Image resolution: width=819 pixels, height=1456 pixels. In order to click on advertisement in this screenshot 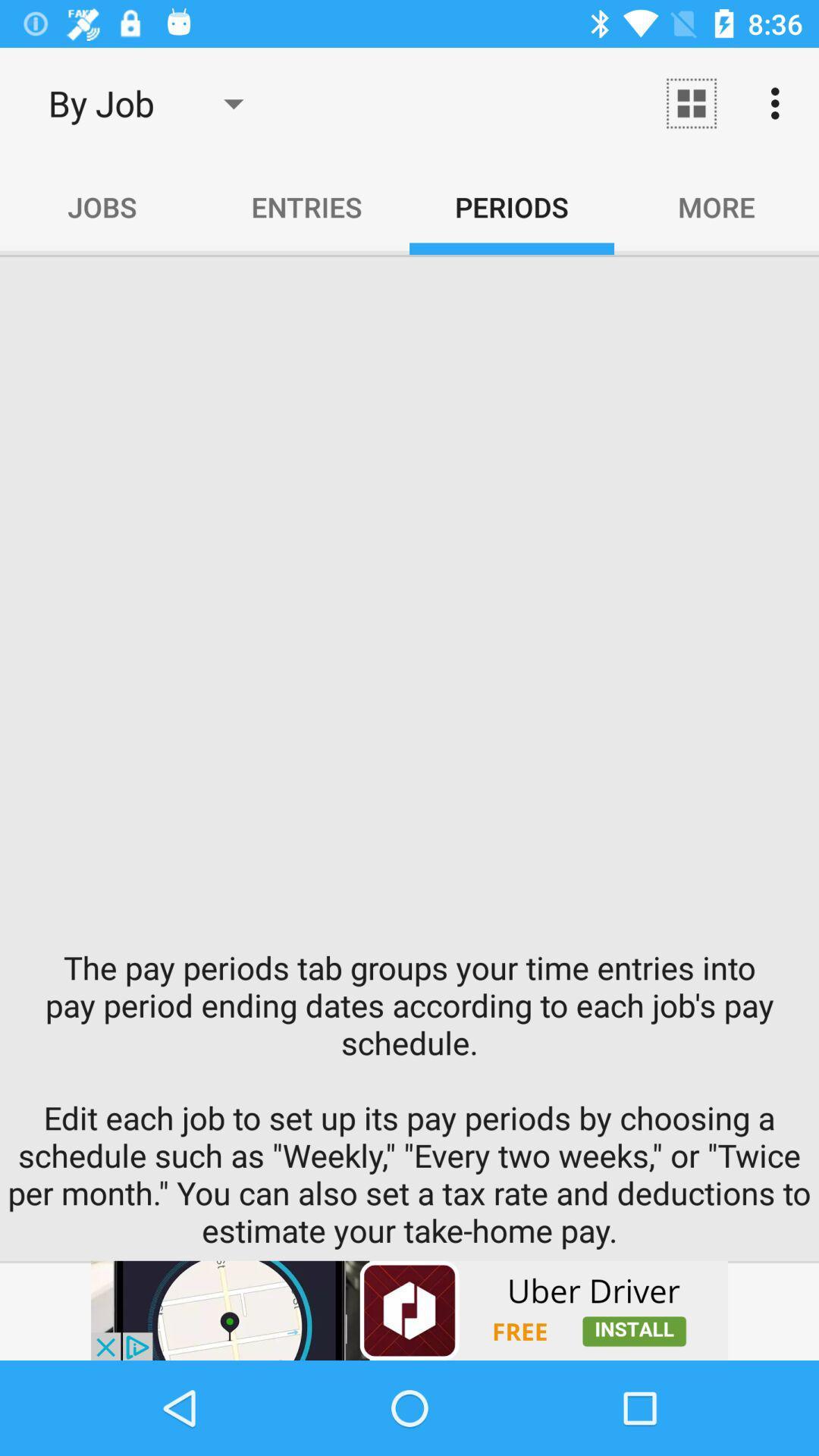, I will do `click(409, 1310)`.